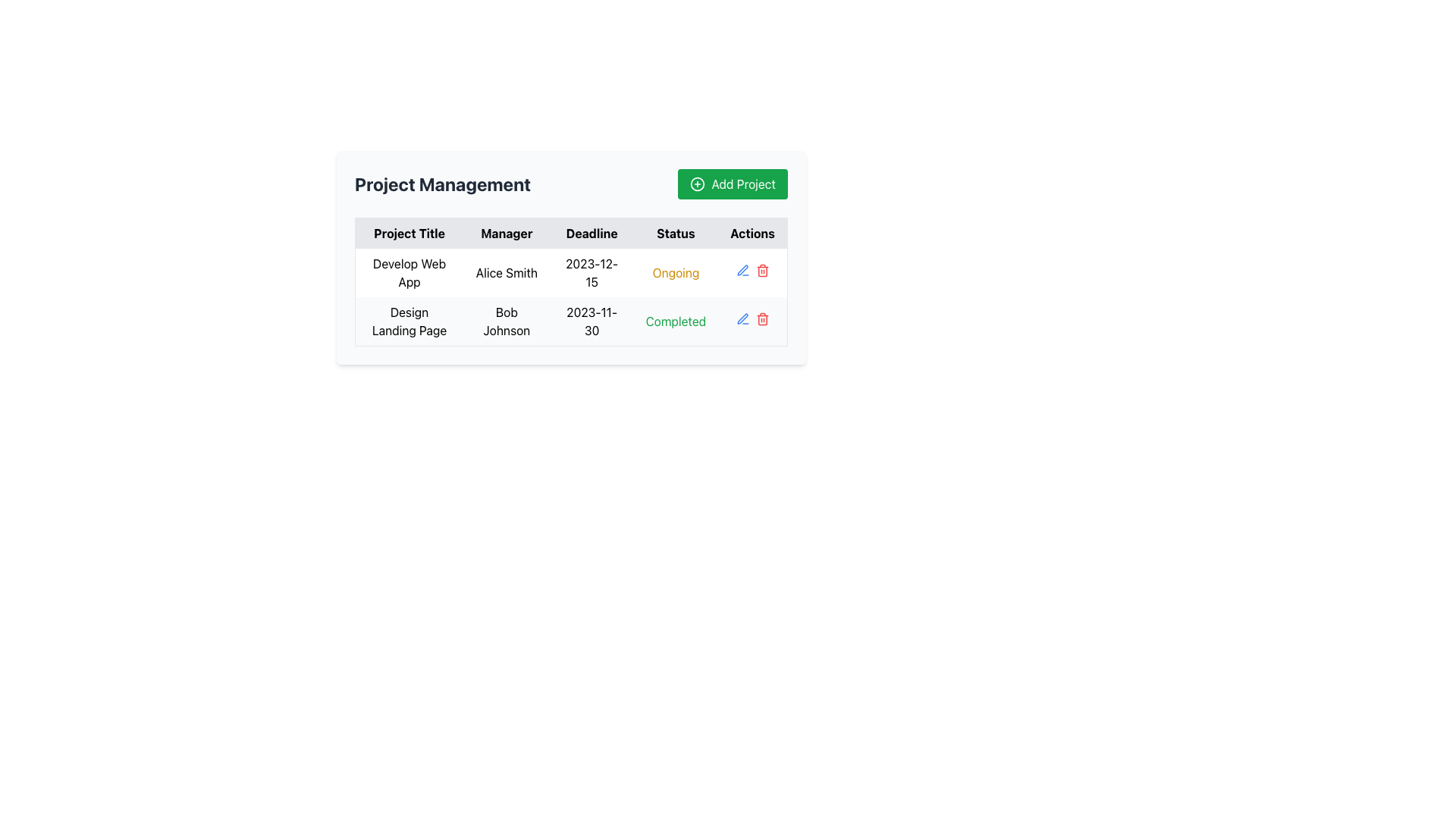  What do you see at coordinates (742, 270) in the screenshot?
I see `the pen icon button in the 'Actions' column of the second row of the project management table` at bounding box center [742, 270].